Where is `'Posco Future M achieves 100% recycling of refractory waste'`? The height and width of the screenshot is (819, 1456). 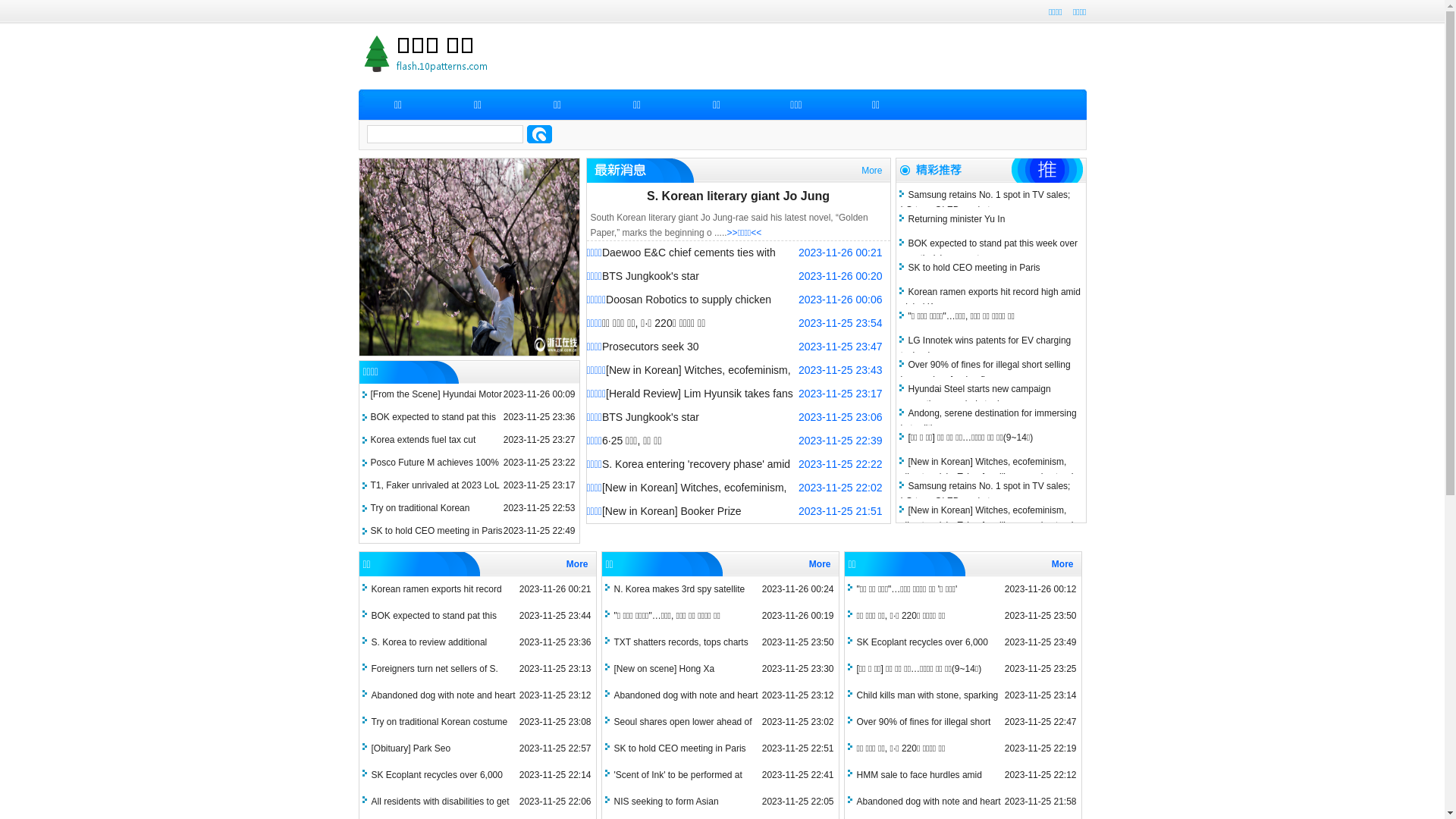
'Posco Future M achieves 100% recycling of refractory waste' is located at coordinates (433, 472).